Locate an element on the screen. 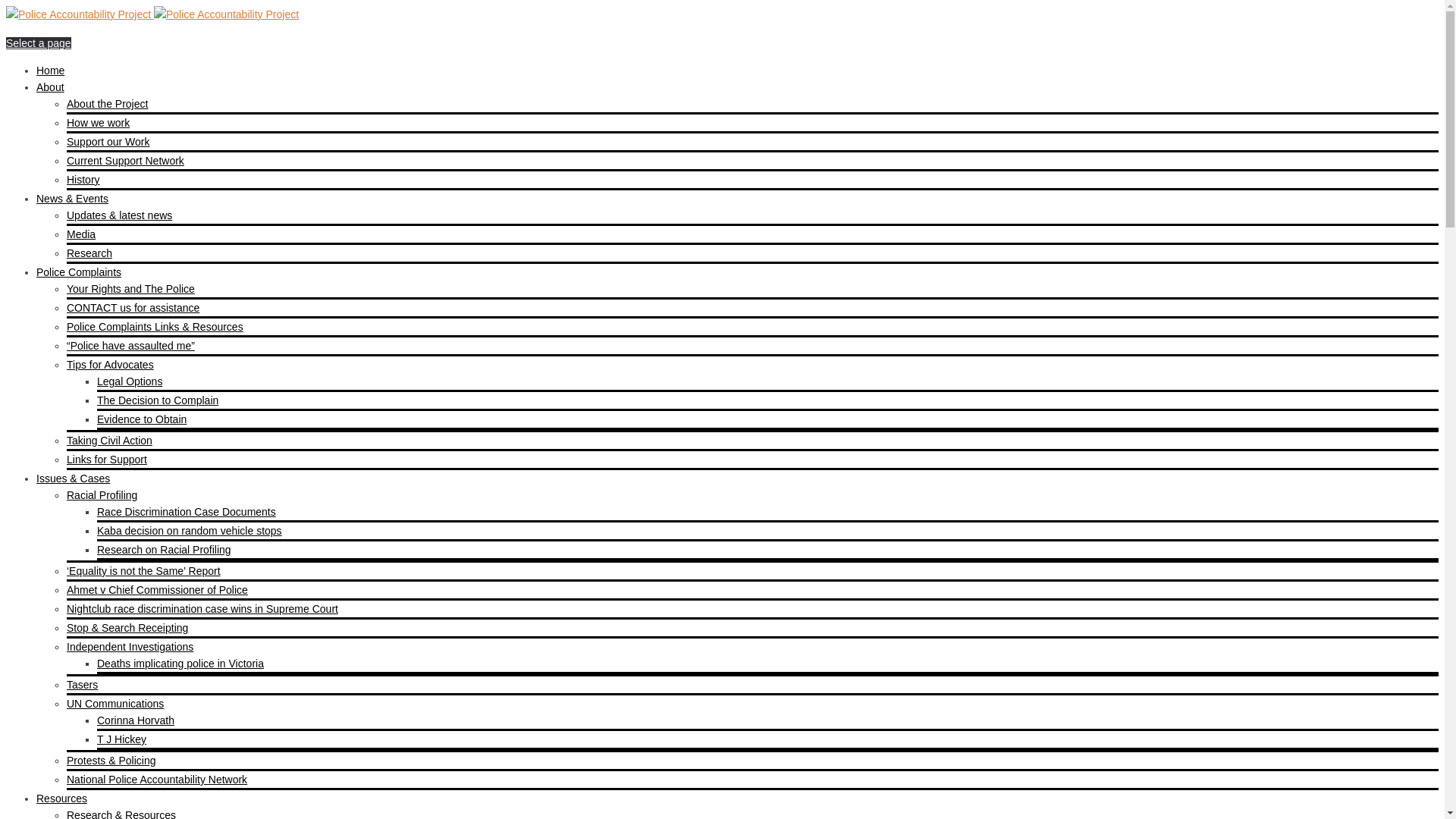 This screenshot has height=819, width=1456. 'The Decision to Complain' is located at coordinates (157, 400).